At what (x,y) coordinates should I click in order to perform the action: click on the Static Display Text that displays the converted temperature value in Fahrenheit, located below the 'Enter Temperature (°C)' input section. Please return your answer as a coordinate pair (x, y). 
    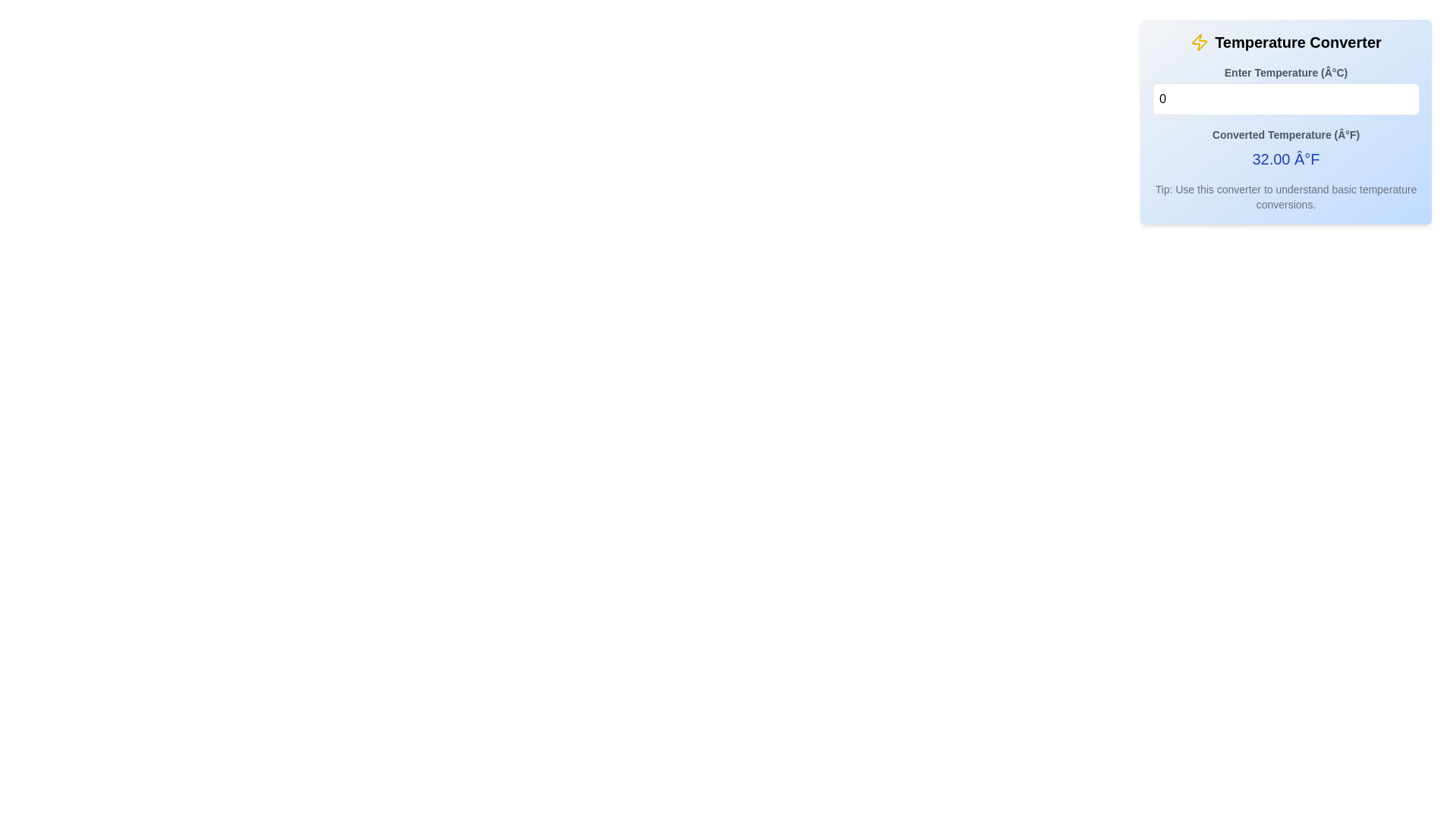
    Looking at the image, I should click on (1285, 149).